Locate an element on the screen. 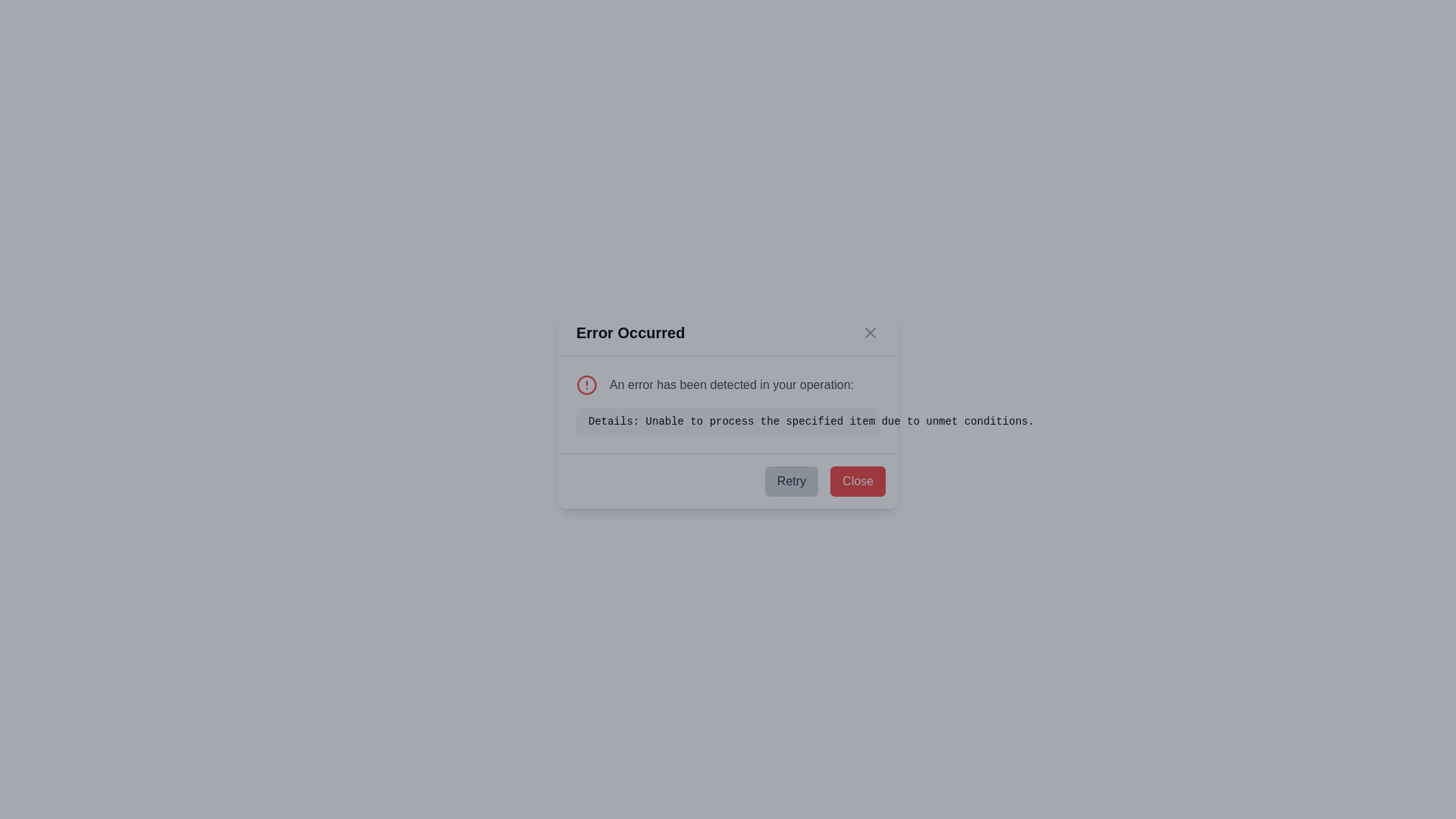 Image resolution: width=1456 pixels, height=819 pixels. the 'X' shaped close icon located in the top-right corner of the modal dialog header for accessibility navigation is located at coordinates (870, 332).